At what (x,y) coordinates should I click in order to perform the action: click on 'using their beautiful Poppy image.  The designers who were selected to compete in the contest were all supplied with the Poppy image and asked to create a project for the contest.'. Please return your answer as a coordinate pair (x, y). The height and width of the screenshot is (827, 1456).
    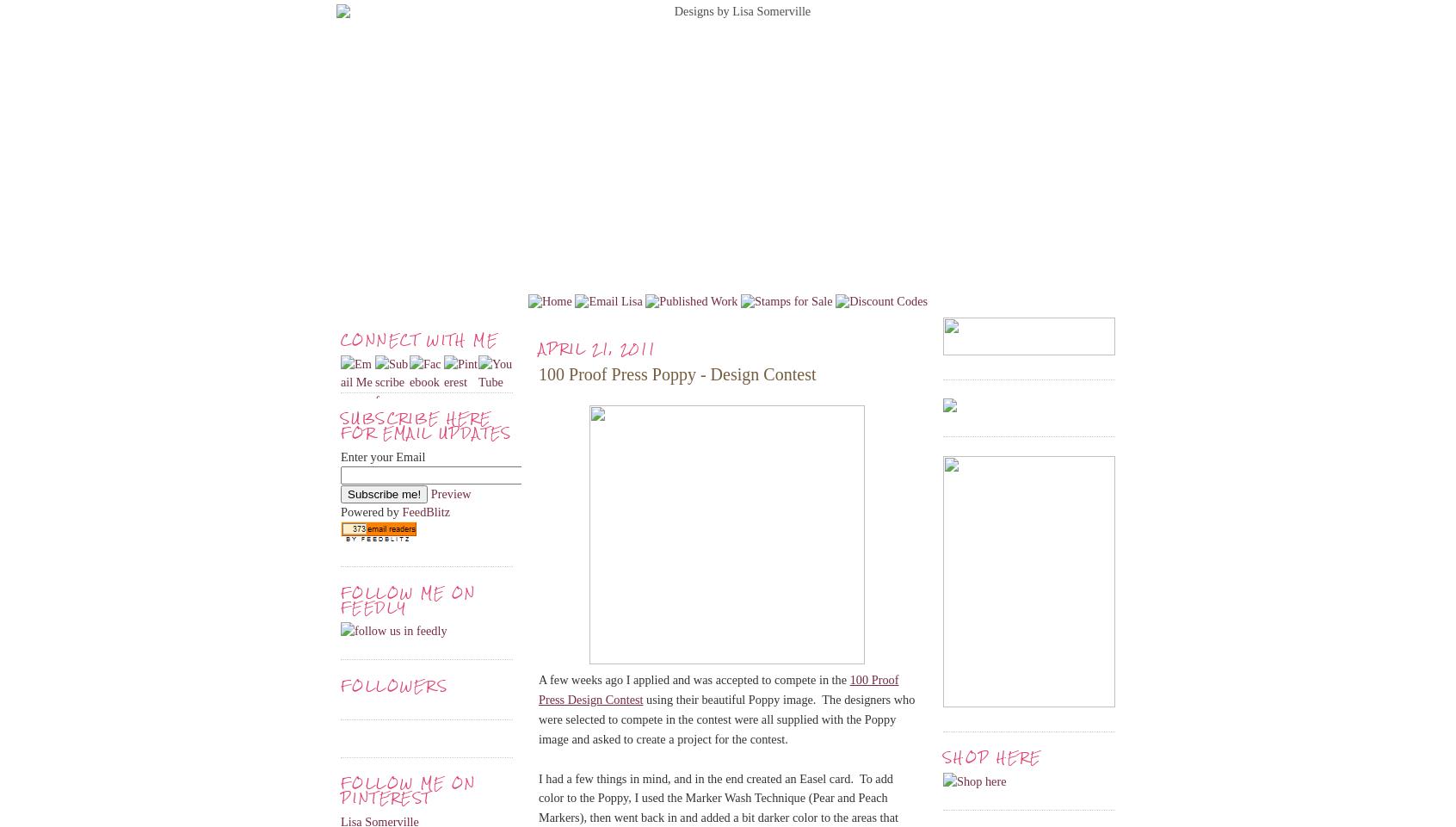
    Looking at the image, I should click on (726, 719).